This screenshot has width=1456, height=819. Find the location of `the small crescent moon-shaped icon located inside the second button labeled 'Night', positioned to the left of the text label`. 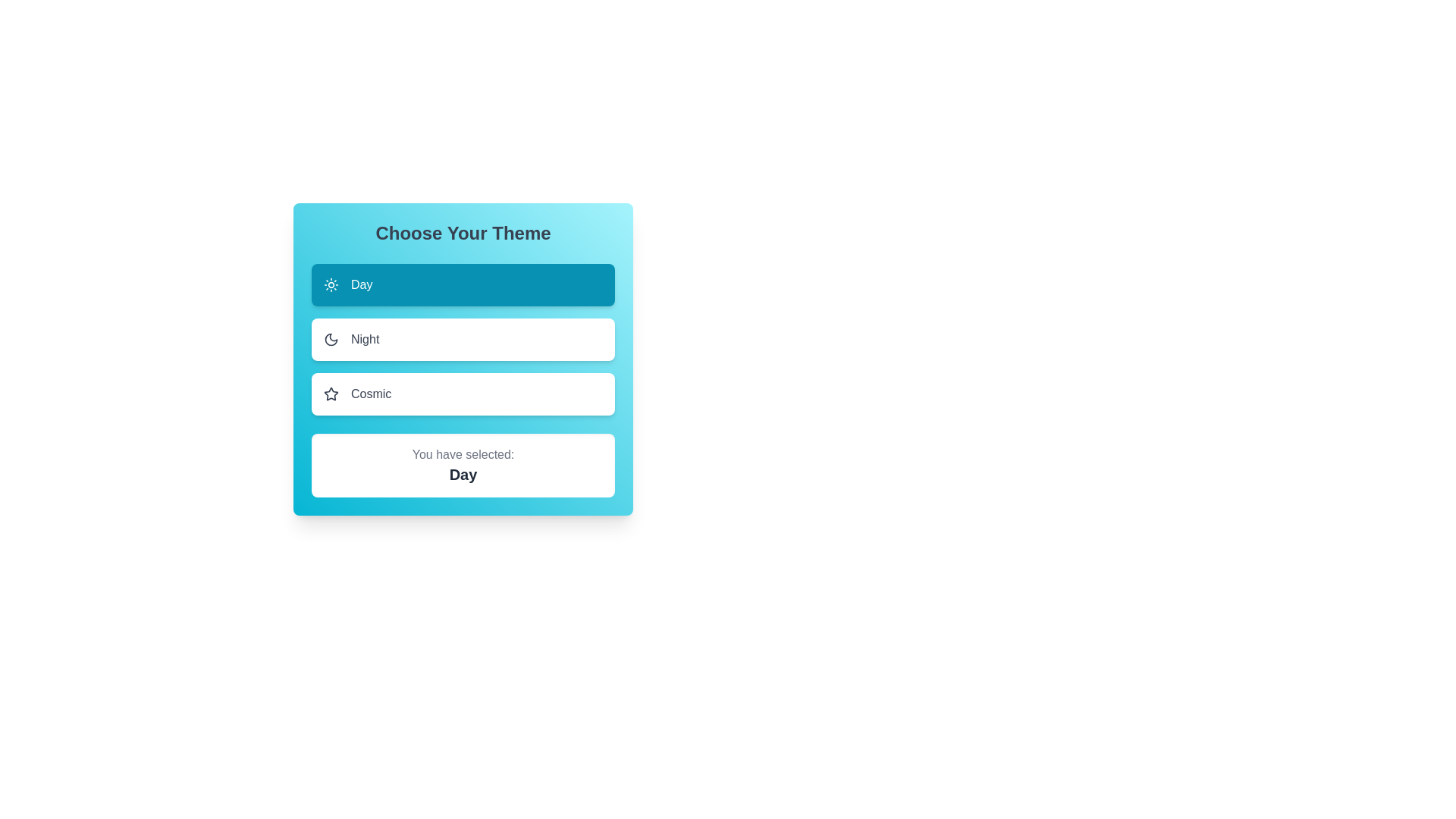

the small crescent moon-shaped icon located inside the second button labeled 'Night', positioned to the left of the text label is located at coordinates (330, 338).